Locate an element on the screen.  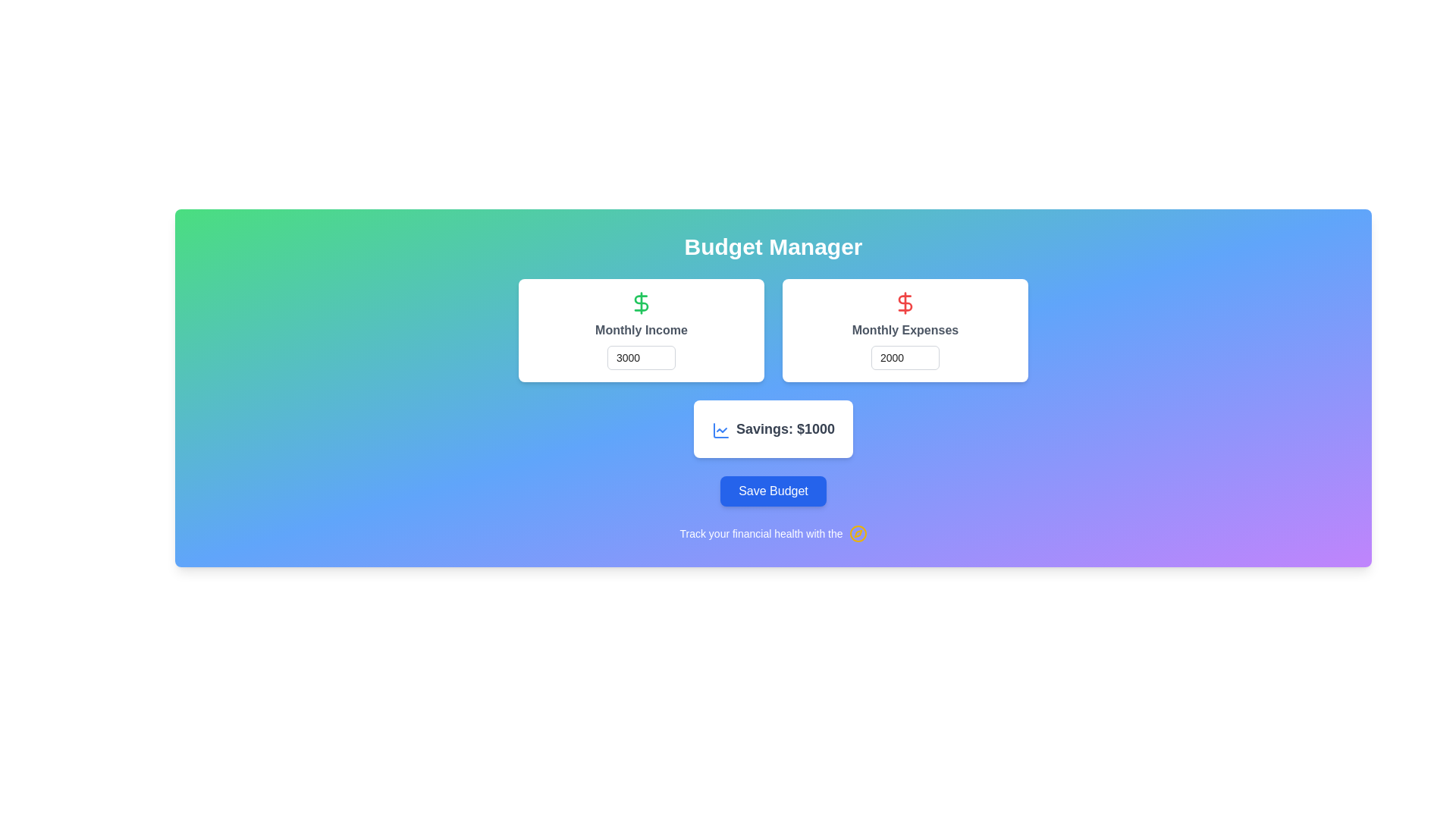
the compass icon located next to the motivational text label at the bottom of the 'Budget Manager' card is located at coordinates (773, 533).